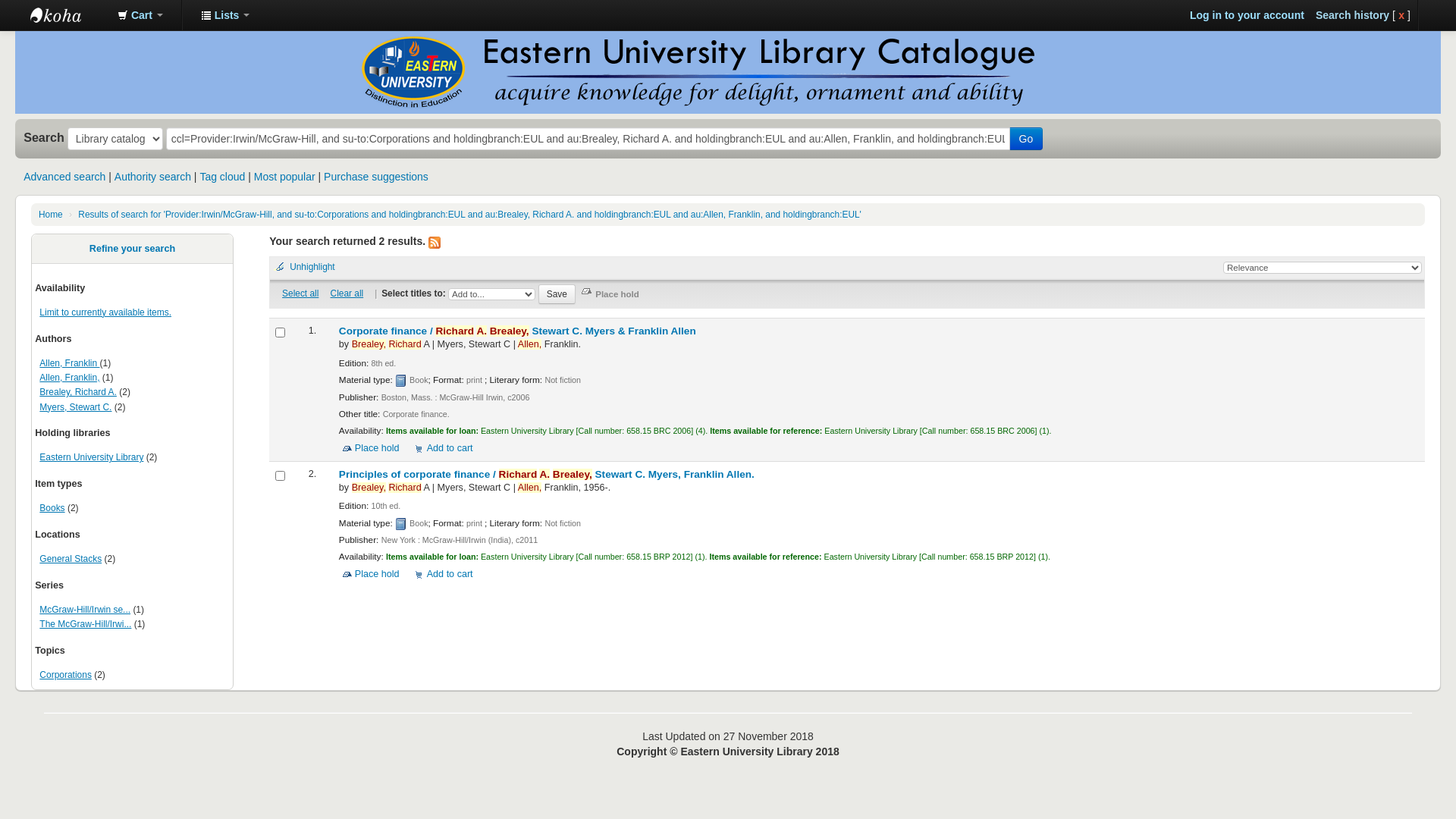  Describe the element at coordinates (1026, 138) in the screenshot. I see `'Go'` at that location.